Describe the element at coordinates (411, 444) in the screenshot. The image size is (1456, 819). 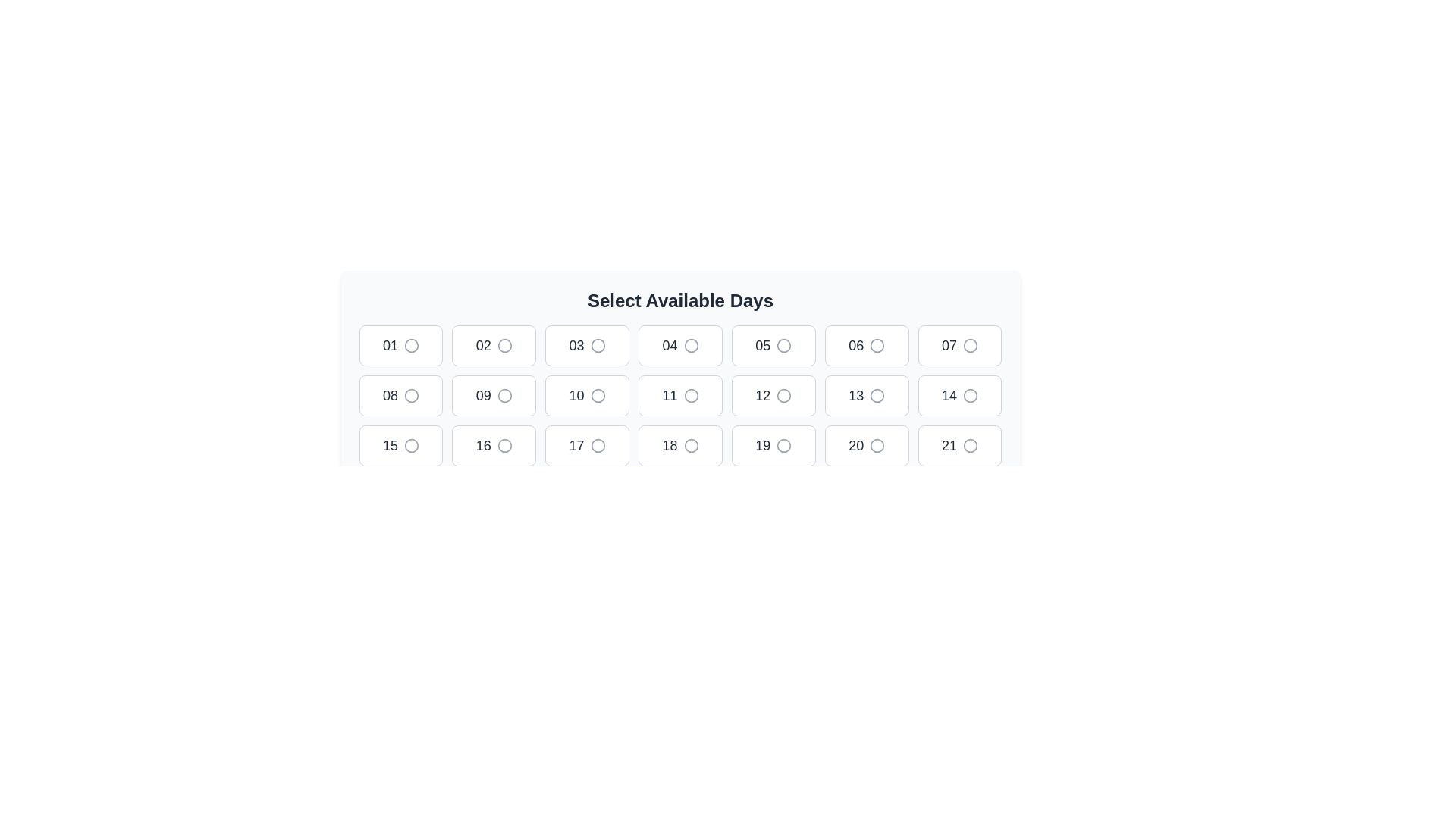
I see `the circular graphical component within the interactive button representing the choice for the day '15' in the third row, first column of the layout` at that location.